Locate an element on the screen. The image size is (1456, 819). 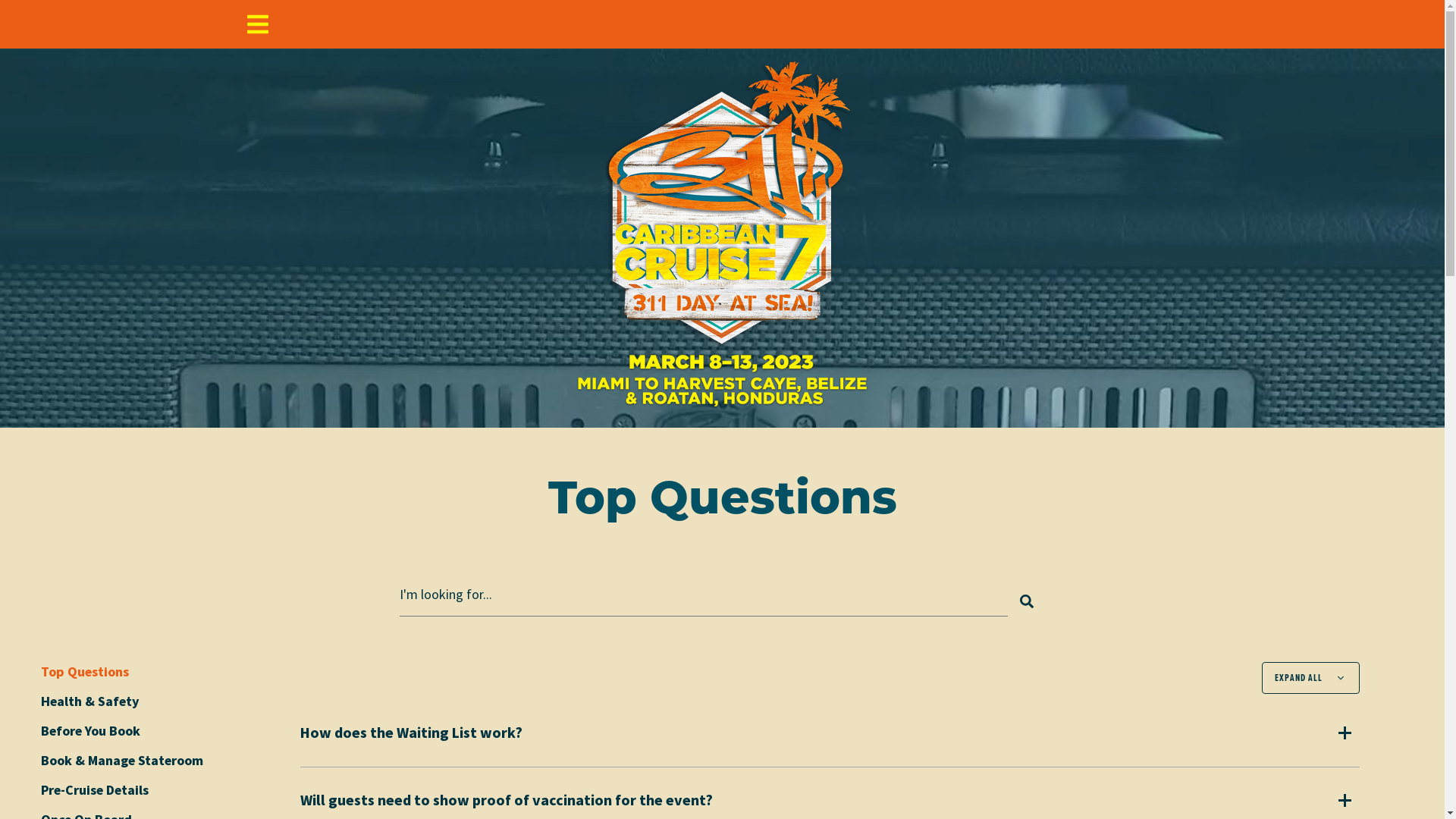
'Pre-Cruise Details' is located at coordinates (93, 789).